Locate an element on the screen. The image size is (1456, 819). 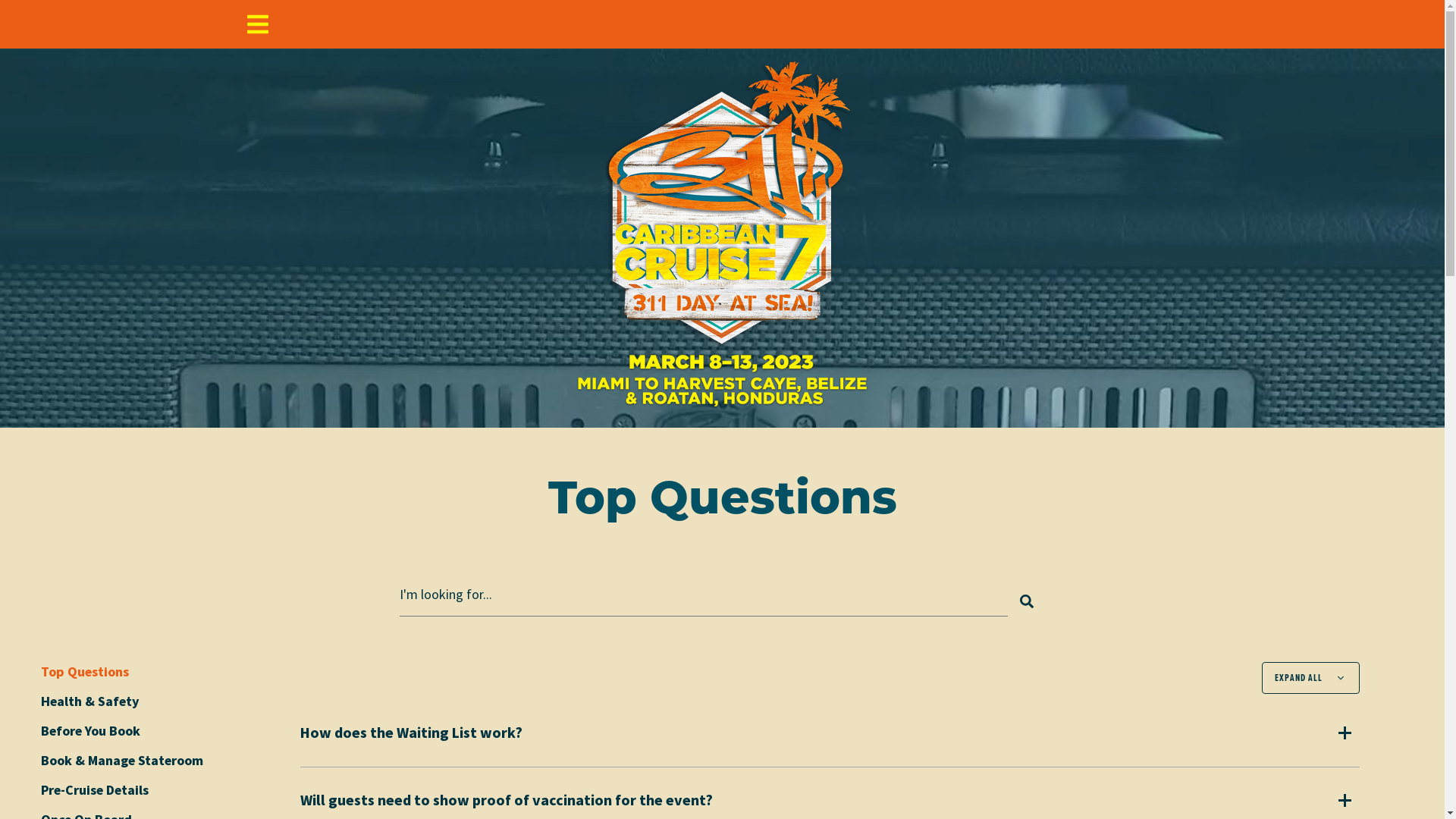
'Pre-Cruise Details' is located at coordinates (93, 789).